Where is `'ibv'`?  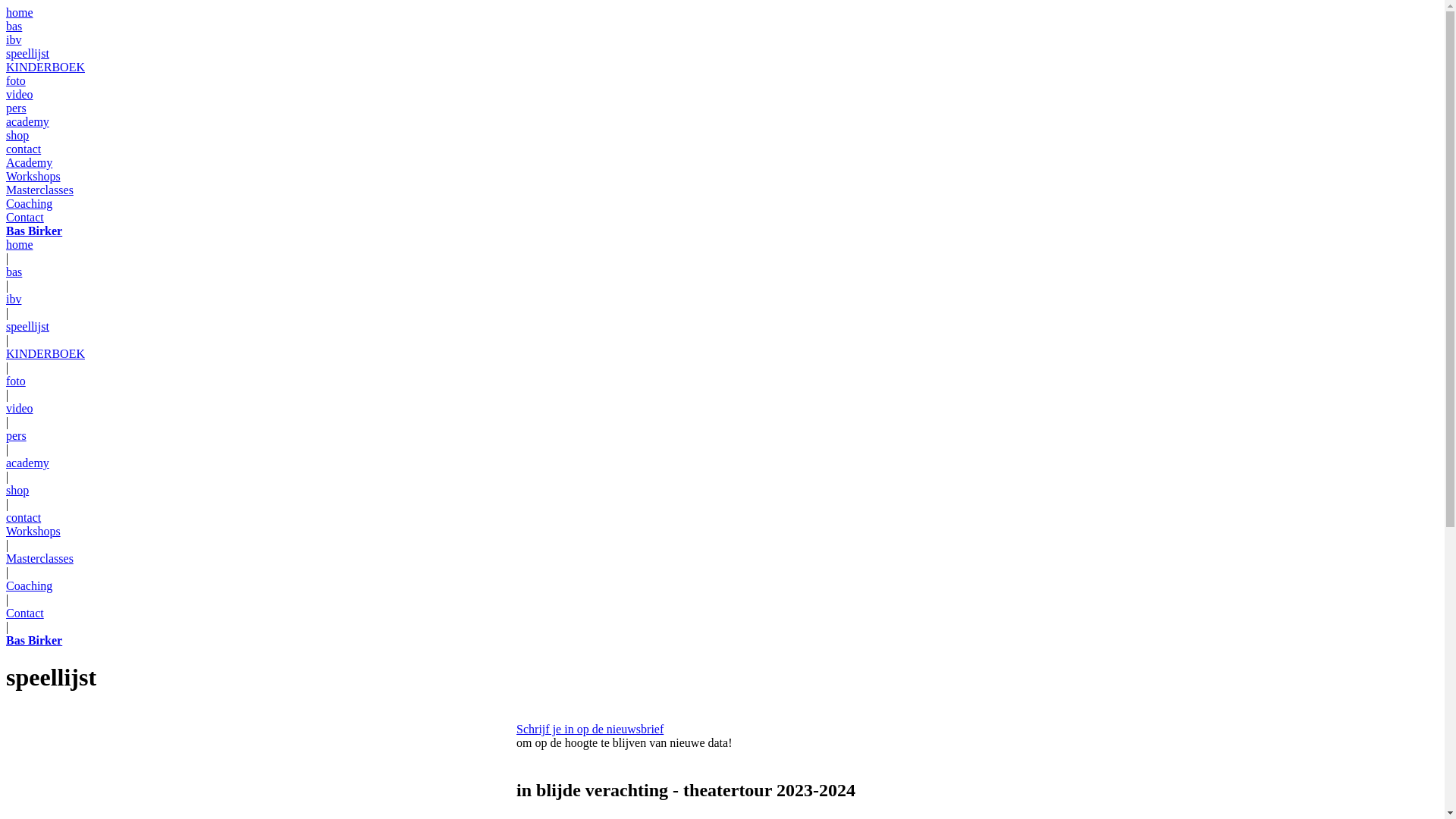 'ibv' is located at coordinates (14, 39).